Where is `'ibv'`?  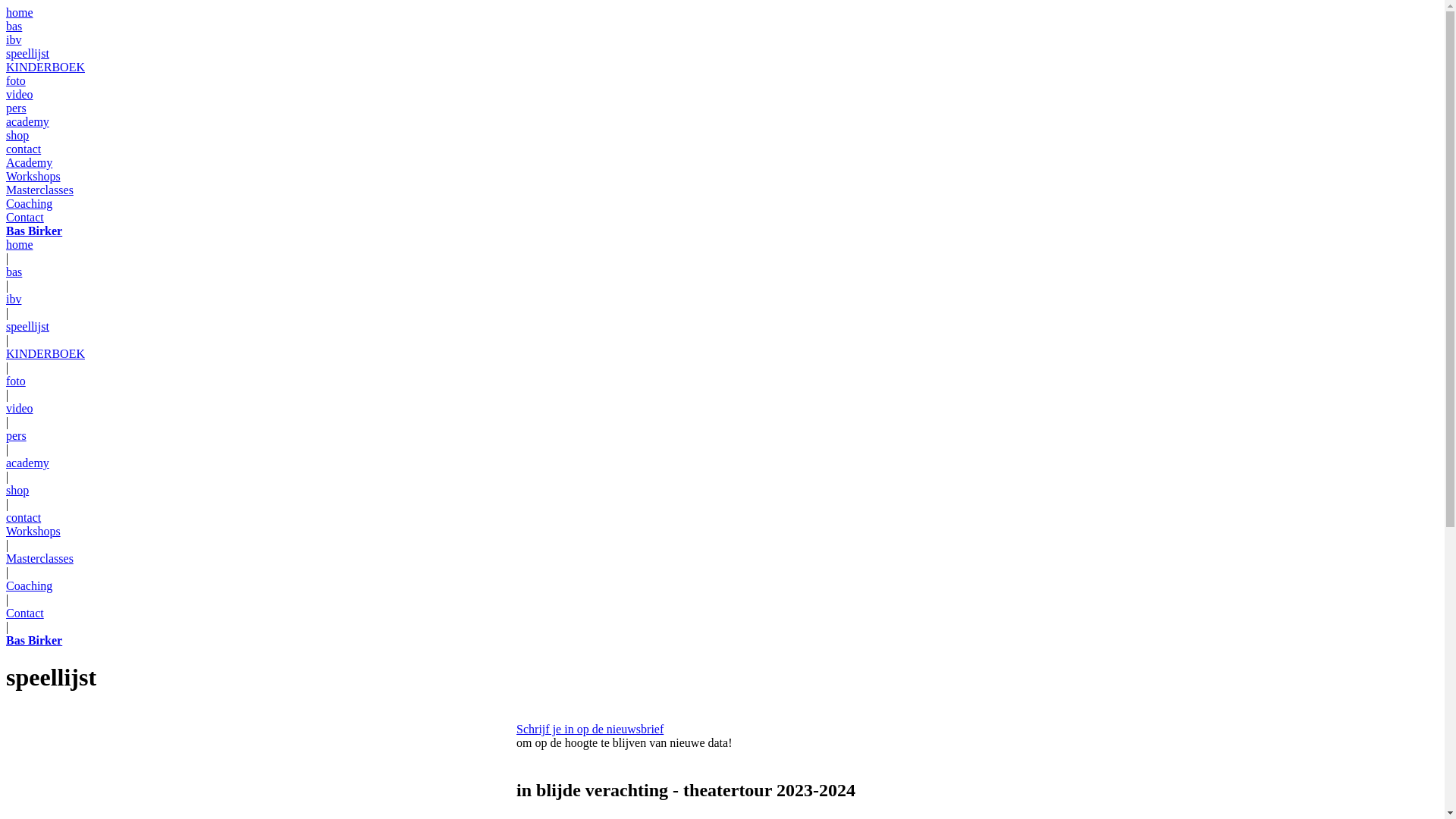 'ibv' is located at coordinates (14, 39).